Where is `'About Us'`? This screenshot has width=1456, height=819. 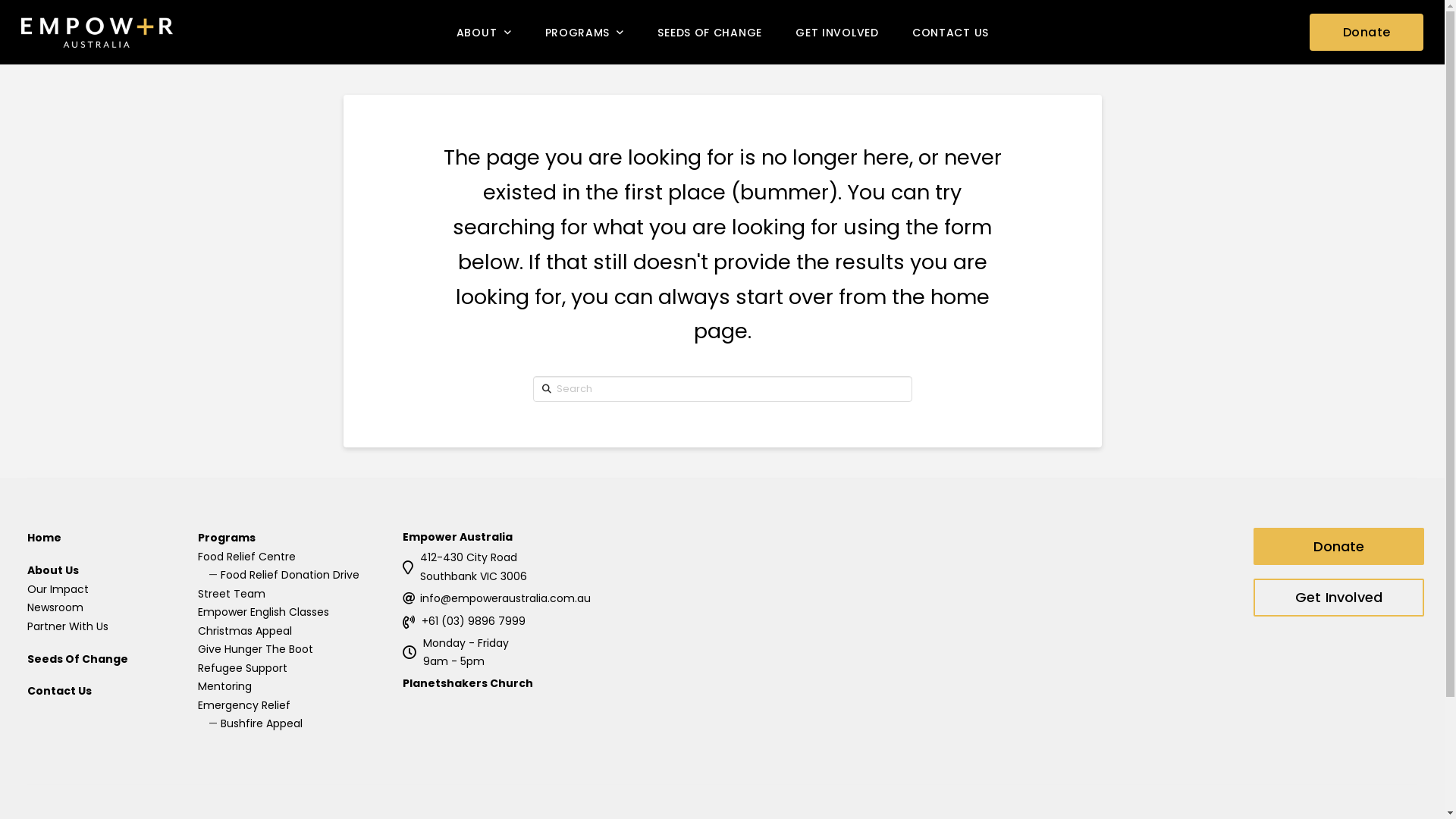
'About Us' is located at coordinates (53, 570).